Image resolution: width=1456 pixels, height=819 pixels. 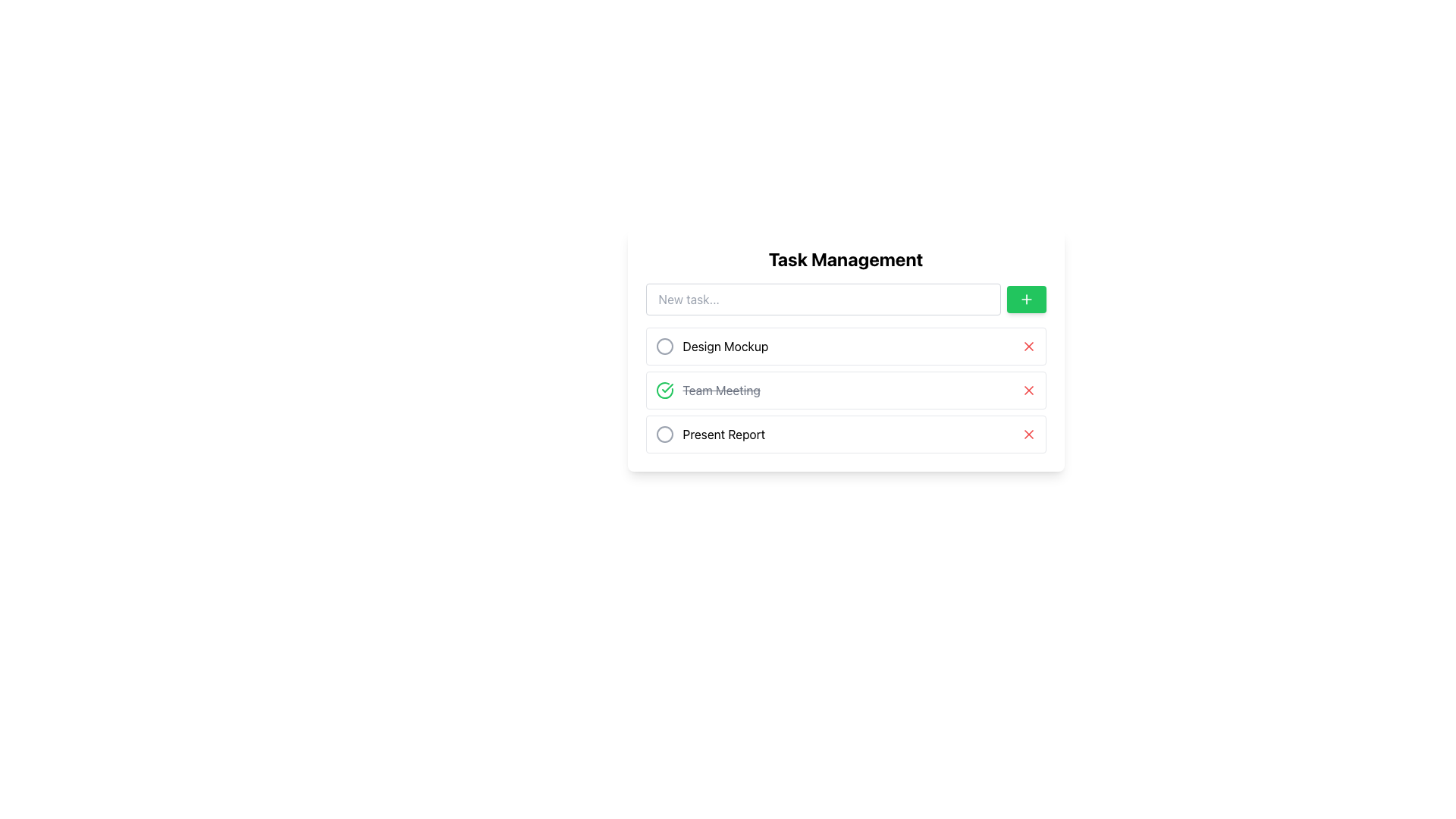 I want to click on the last List Item labeled 'Present Report' in the Task Management section, so click(x=709, y=435).